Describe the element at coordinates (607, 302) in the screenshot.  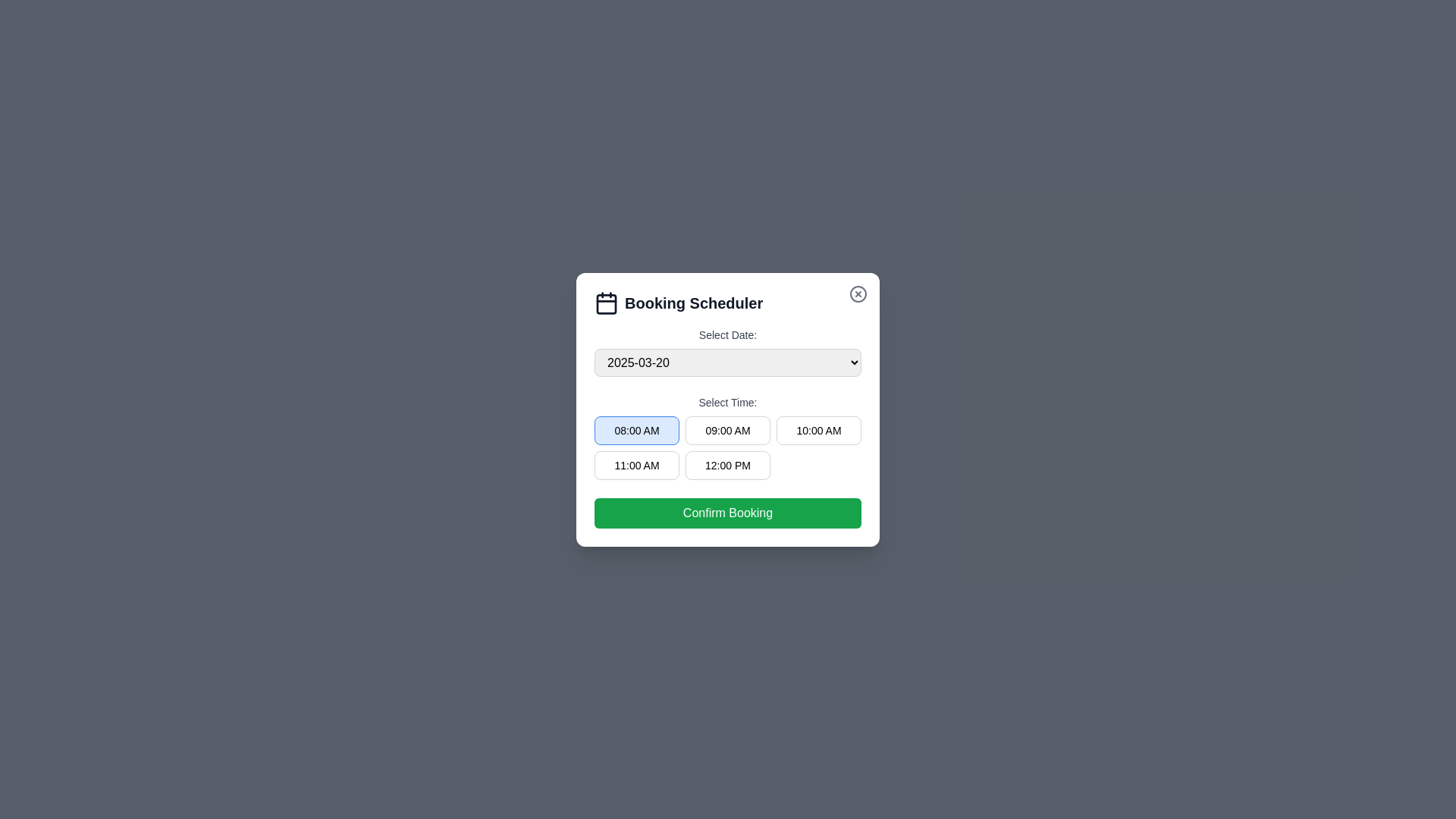
I see `the calendar icon located at the top-left corner of the modal, directly to the left of the 'Booking Scheduler' title text` at that location.